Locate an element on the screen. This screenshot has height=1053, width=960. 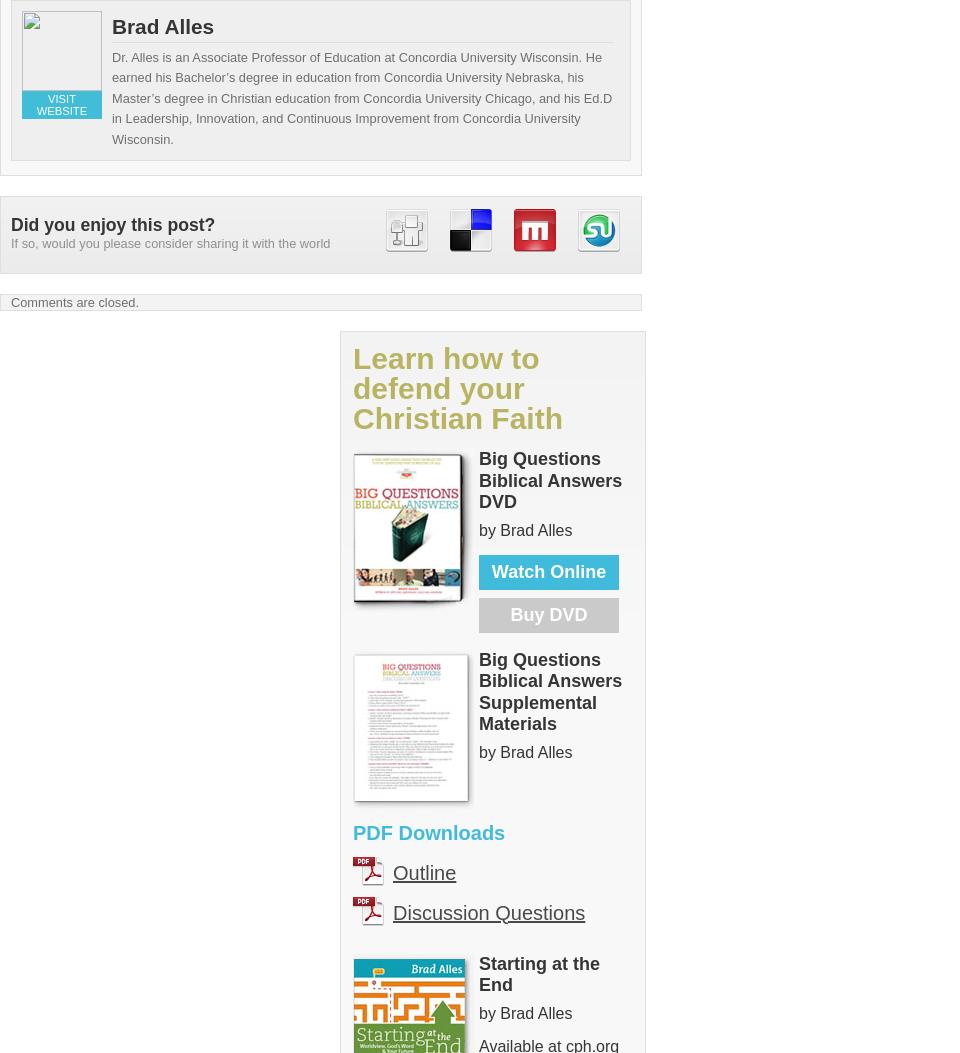
'Brad Alles' is located at coordinates (162, 25).